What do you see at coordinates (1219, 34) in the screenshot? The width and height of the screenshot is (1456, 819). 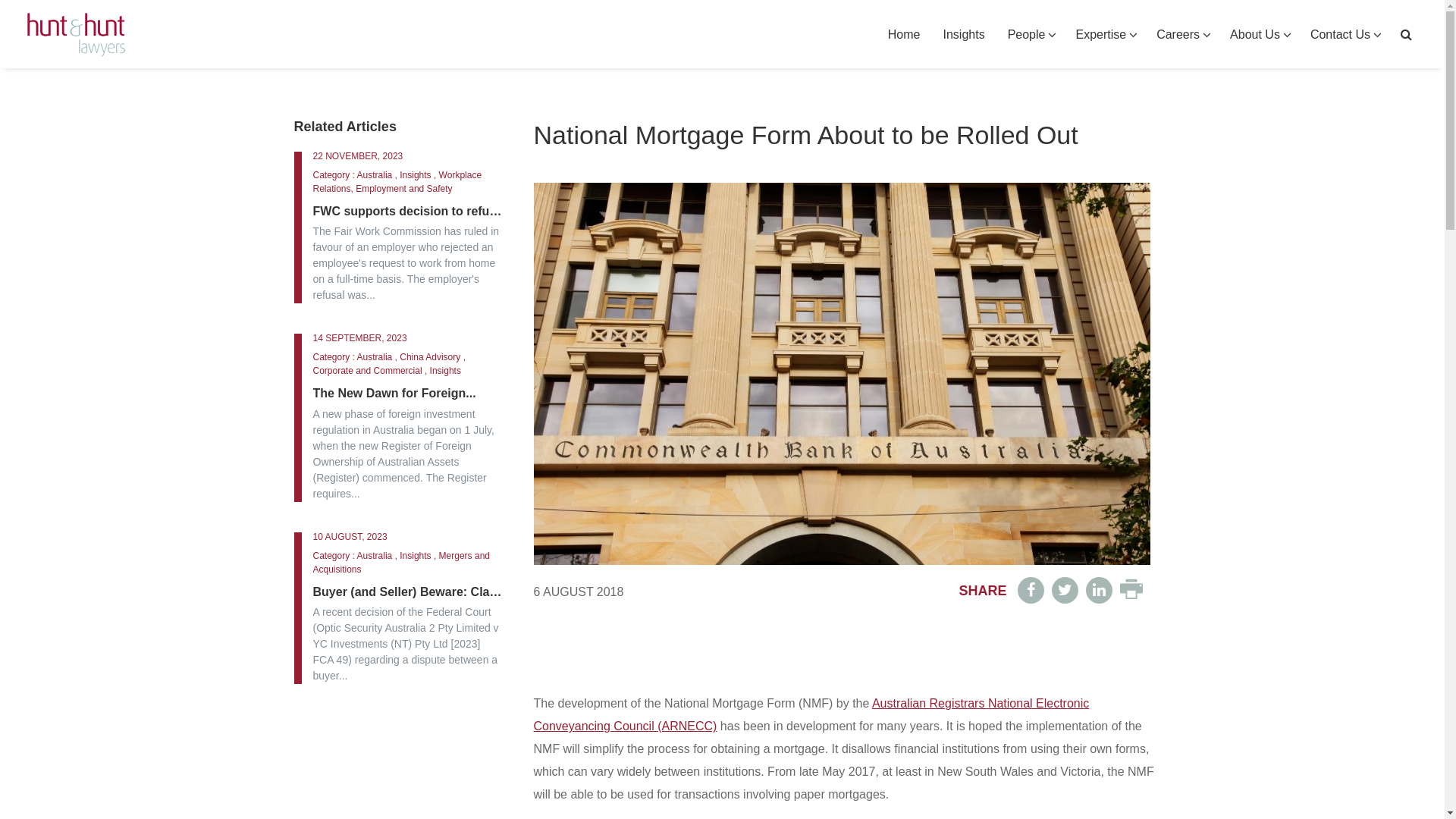 I see `'About Us'` at bounding box center [1219, 34].